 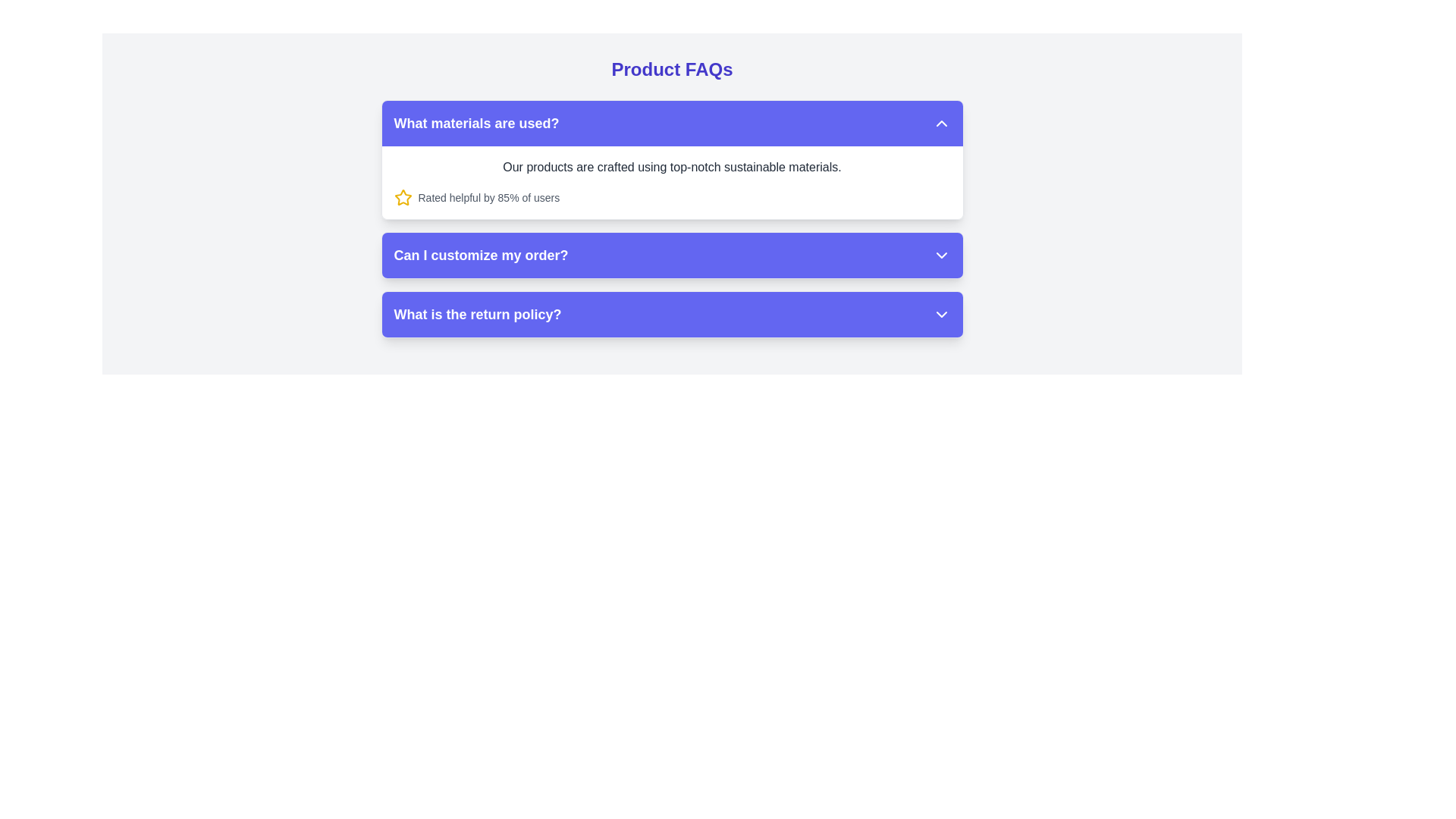 What do you see at coordinates (488, 197) in the screenshot?
I see `the Text Display element that shows user feedback percentage about the FAQ's helpfulness, located beneath the question 'What materials are used?'` at bounding box center [488, 197].